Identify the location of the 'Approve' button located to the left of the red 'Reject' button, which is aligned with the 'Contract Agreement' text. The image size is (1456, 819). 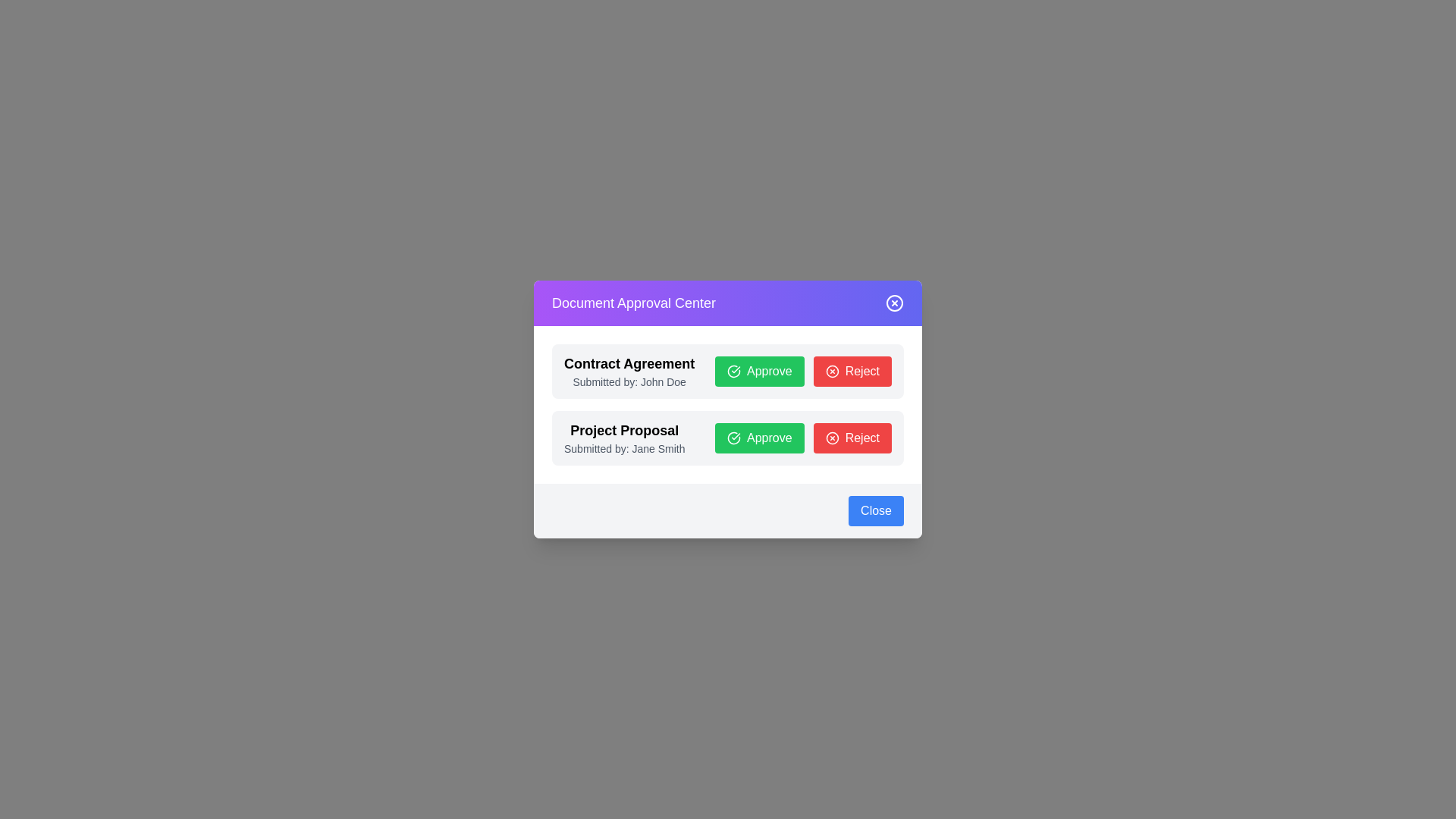
(759, 371).